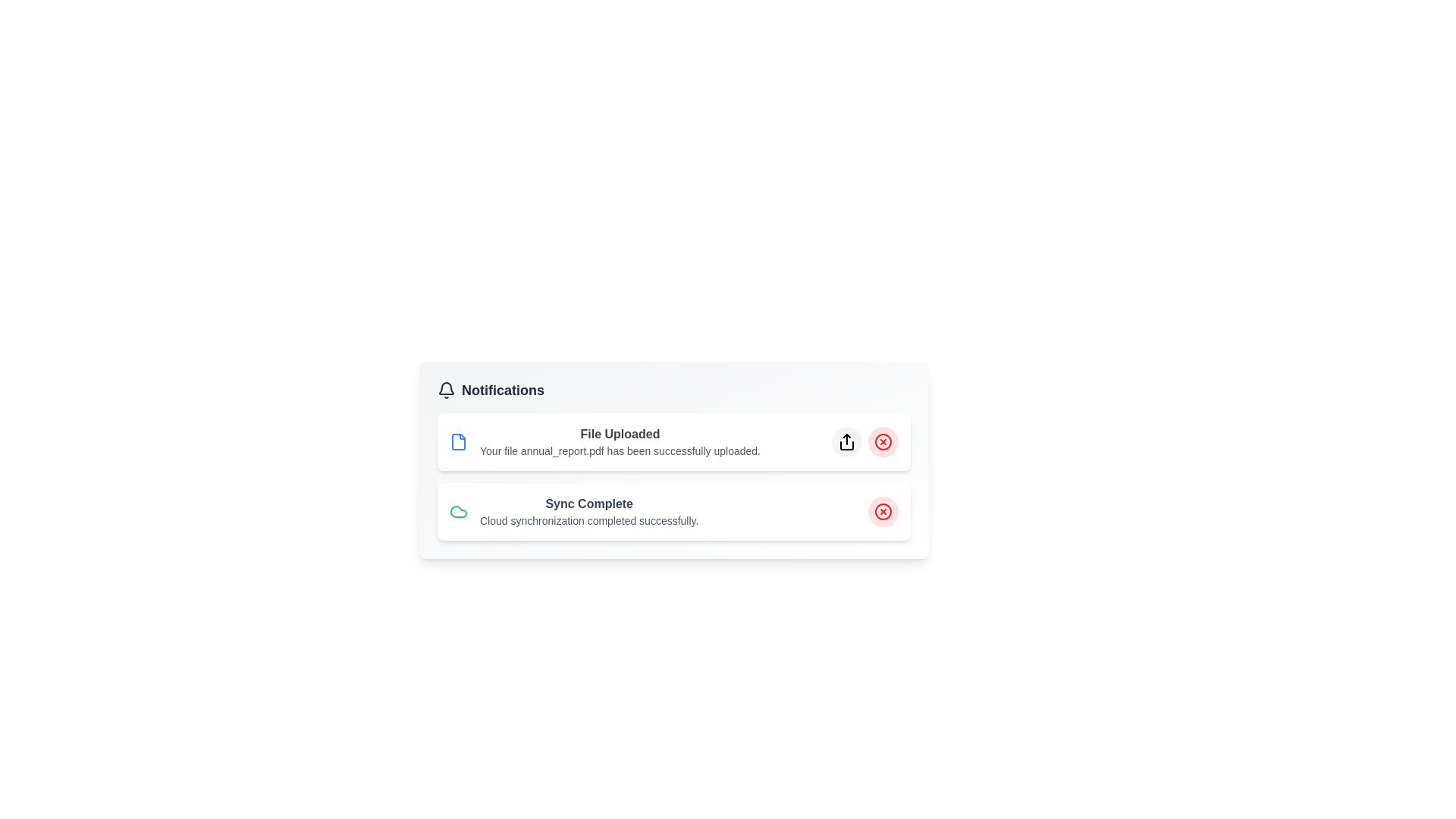 This screenshot has height=819, width=1456. Describe the element at coordinates (883, 441) in the screenshot. I see `the button located in the top-right corner of the first notification row, adjacent to the text 'File Uploaded'` at that location.